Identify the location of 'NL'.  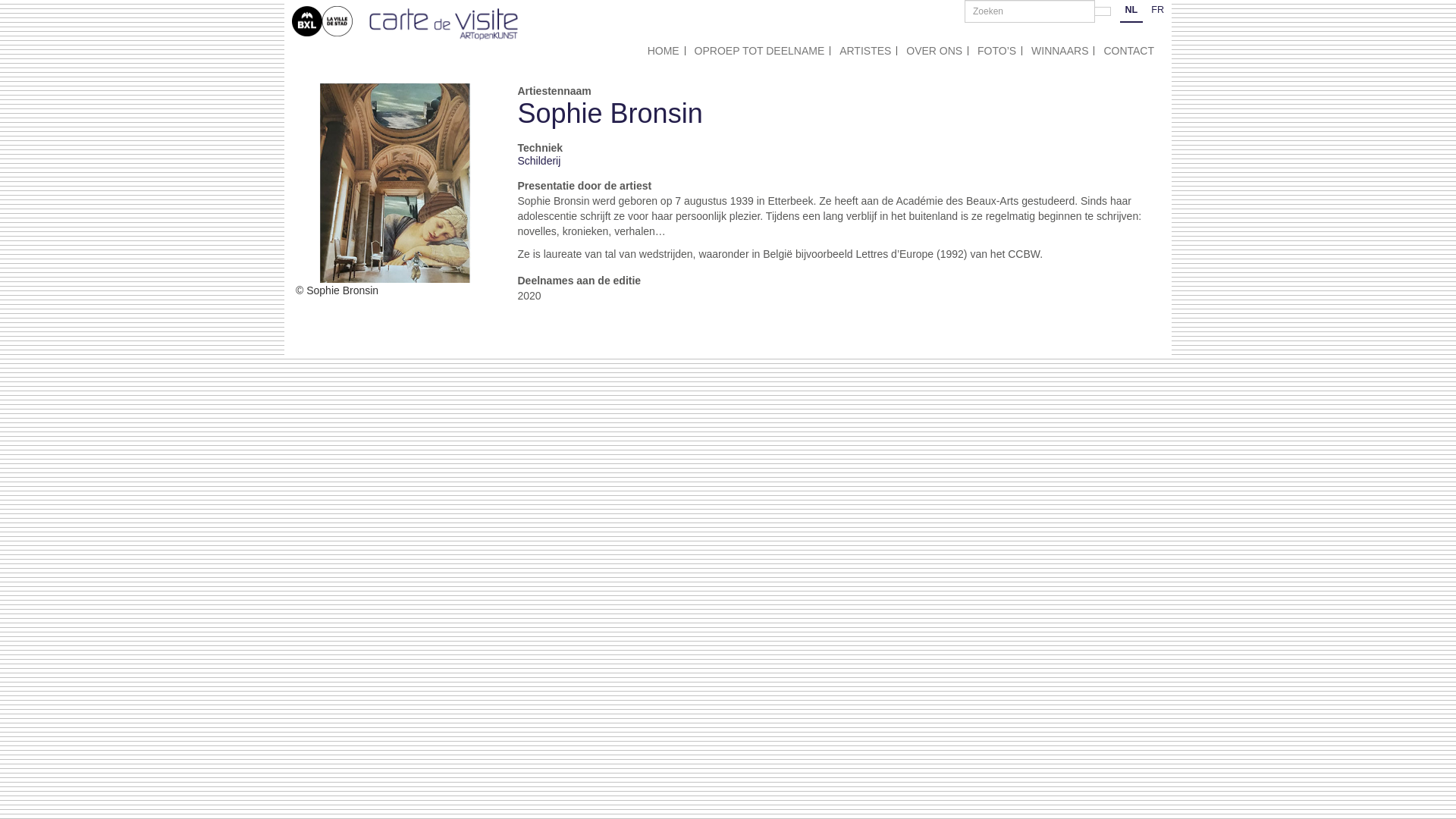
(1131, 11).